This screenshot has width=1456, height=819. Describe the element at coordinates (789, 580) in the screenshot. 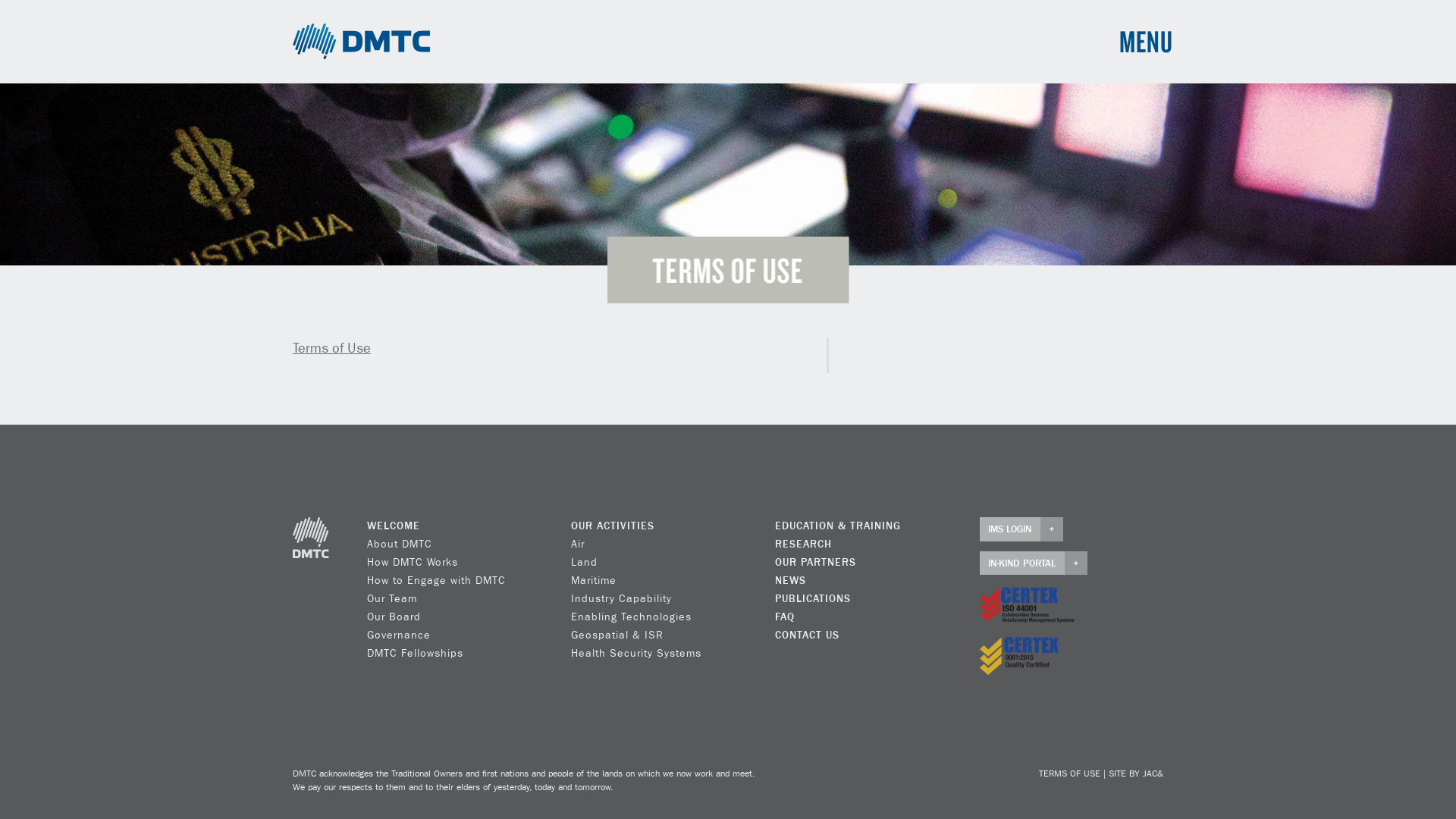

I see `'NEWS'` at that location.